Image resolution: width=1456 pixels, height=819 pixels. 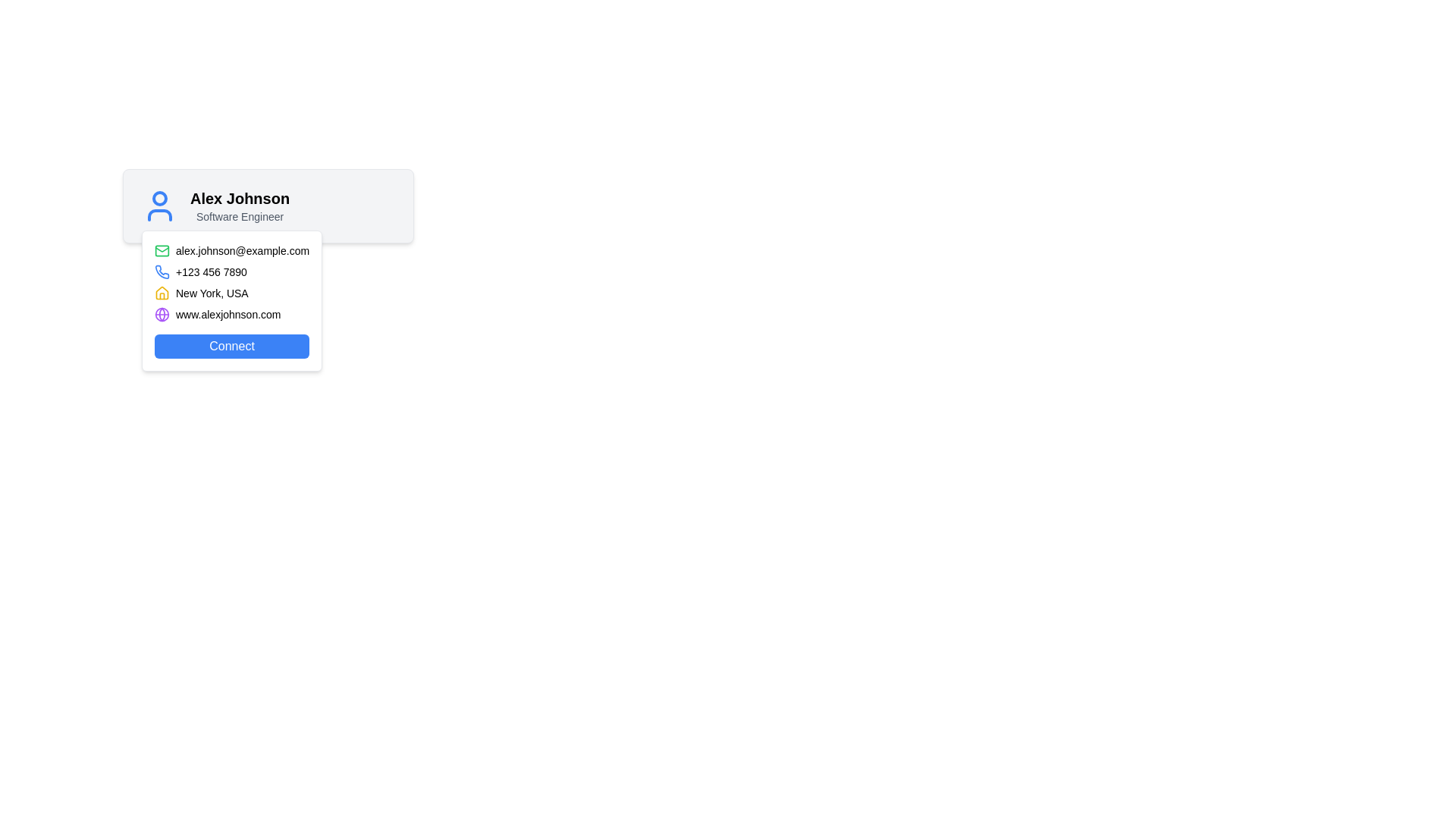 I want to click on the button located at the bottom of the user contact details section to observe the color change, so click(x=231, y=346).